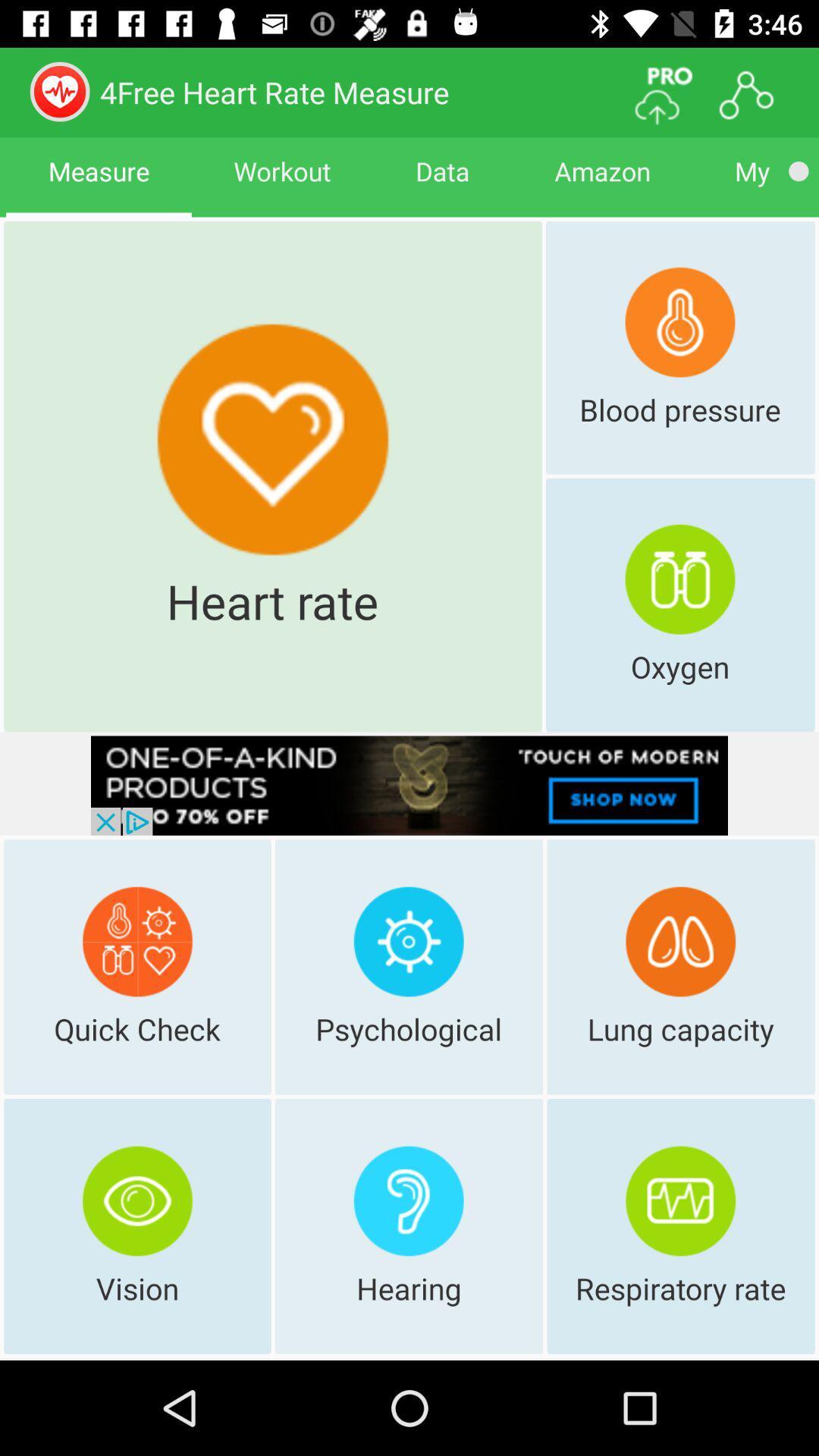 The image size is (819, 1456). Describe the element at coordinates (409, 786) in the screenshot. I see `advertisement` at that location.